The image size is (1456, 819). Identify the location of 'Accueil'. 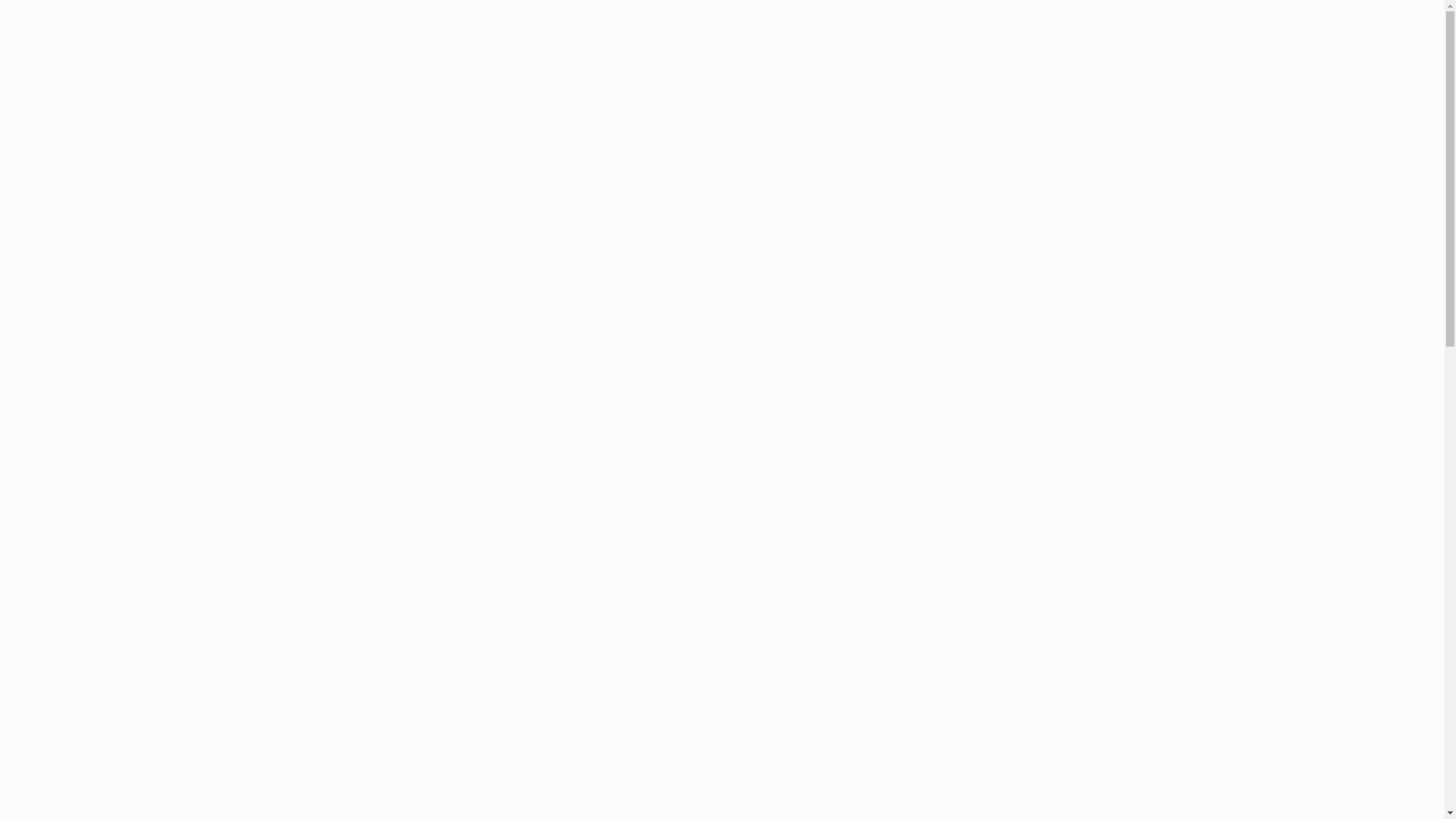
(665, 45).